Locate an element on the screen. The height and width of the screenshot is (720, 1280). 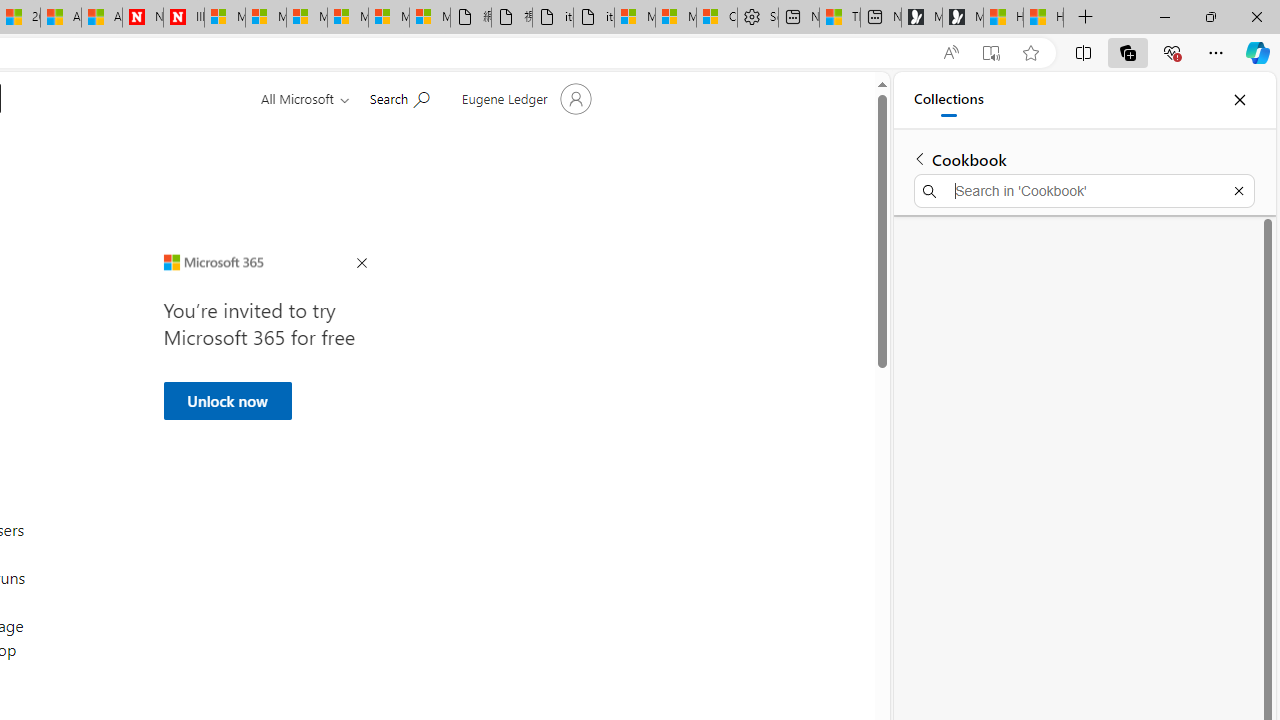
'Search for help' is located at coordinates (399, 97).